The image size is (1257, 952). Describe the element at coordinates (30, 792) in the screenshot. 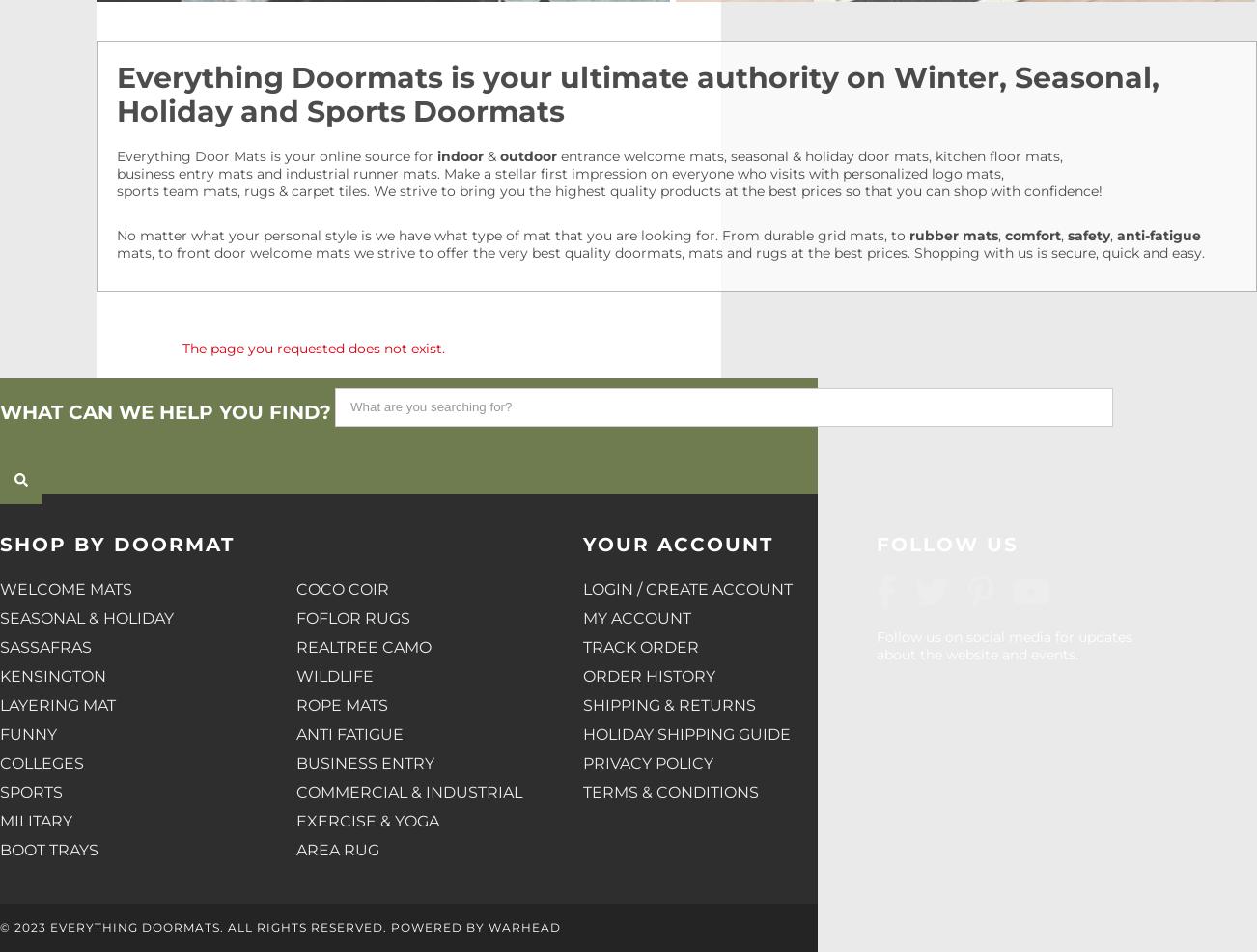

I see `'Sports'` at that location.